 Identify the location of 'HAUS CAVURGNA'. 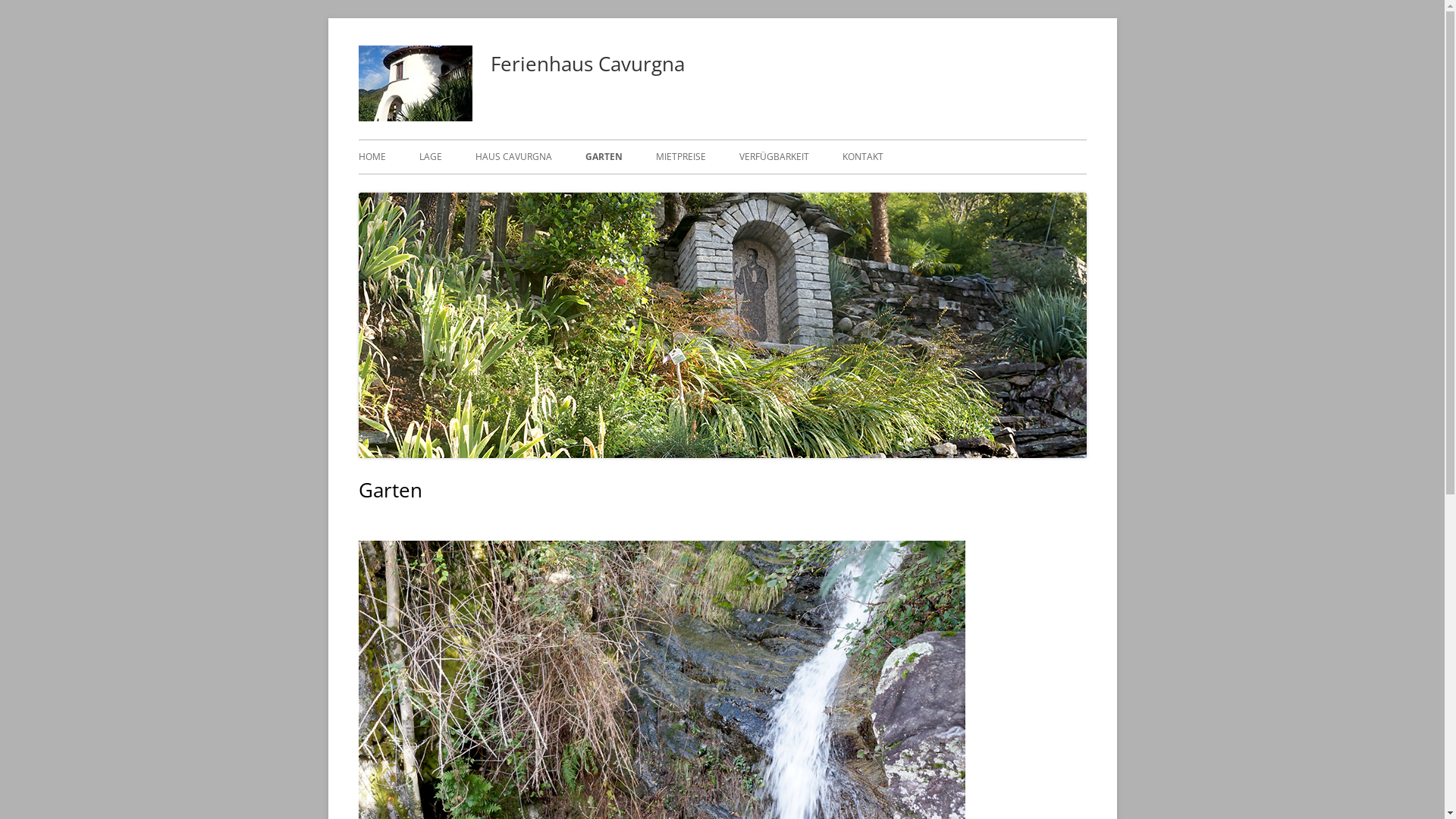
(513, 157).